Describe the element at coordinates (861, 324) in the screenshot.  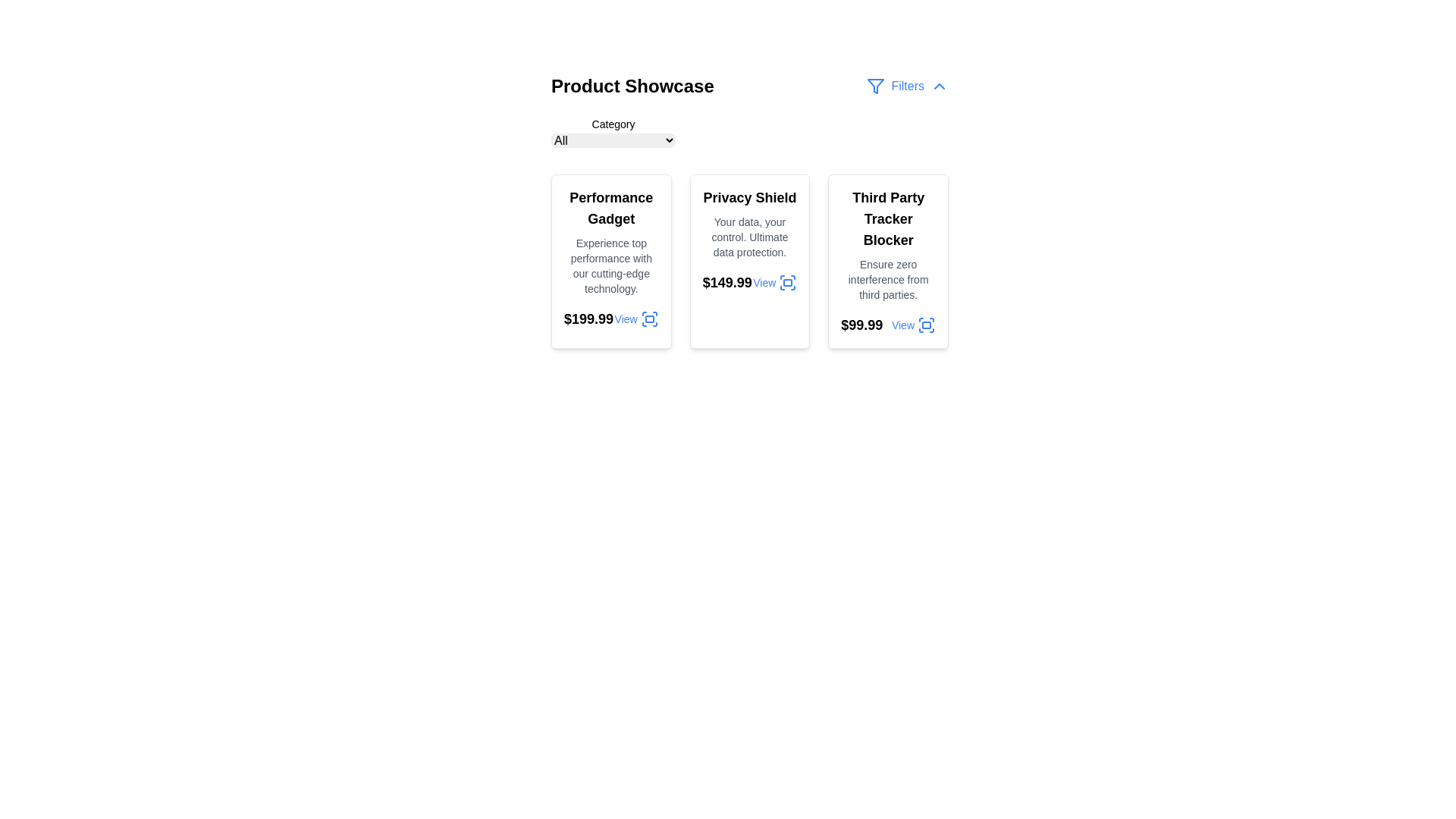
I see `the price display element located in the bottom-right corner of the 'Third Party Tracker Blocker' card, which is the rightmost card in a row of three cards` at that location.